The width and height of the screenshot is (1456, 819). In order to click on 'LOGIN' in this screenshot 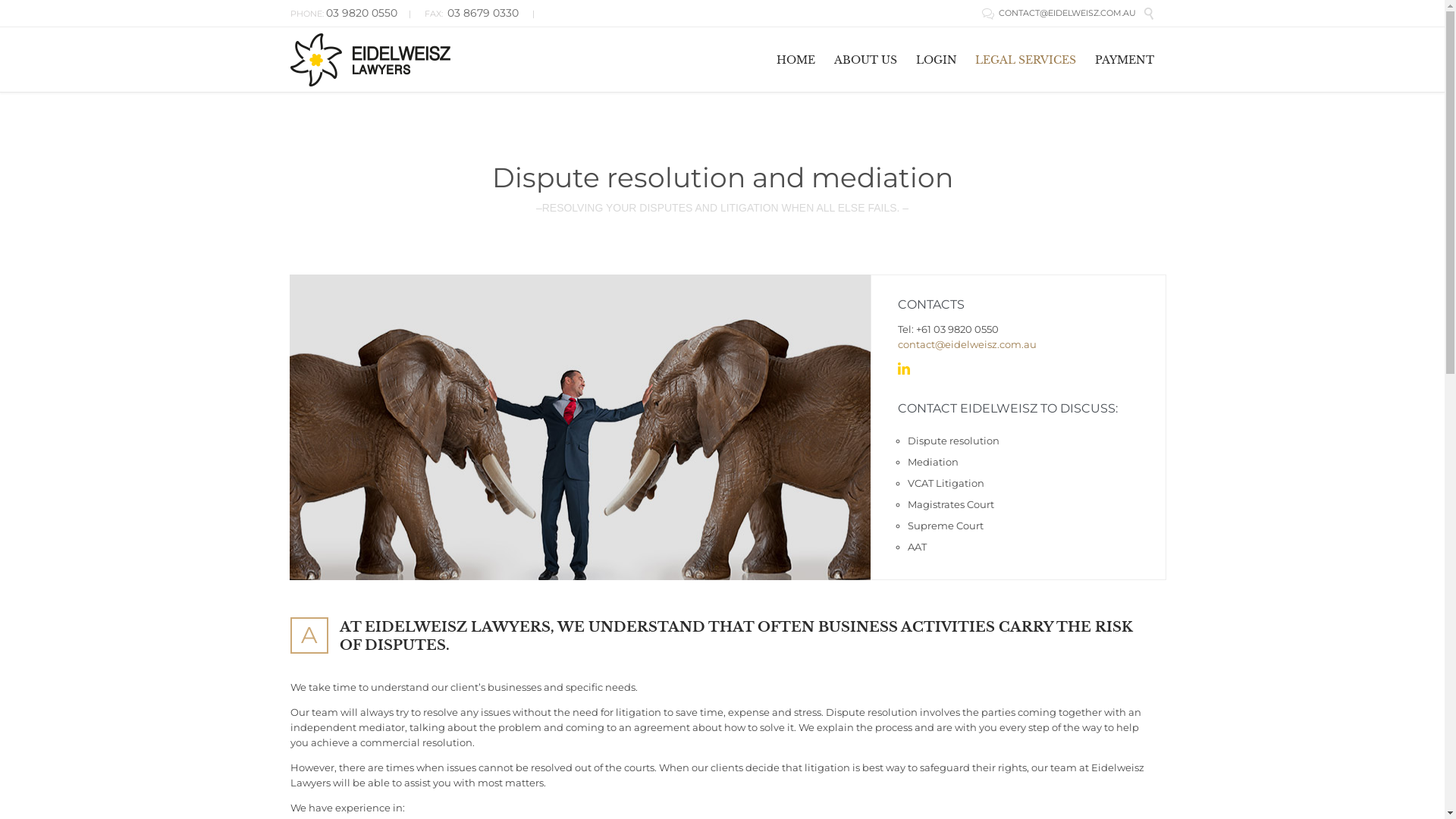, I will do `click(935, 58)`.